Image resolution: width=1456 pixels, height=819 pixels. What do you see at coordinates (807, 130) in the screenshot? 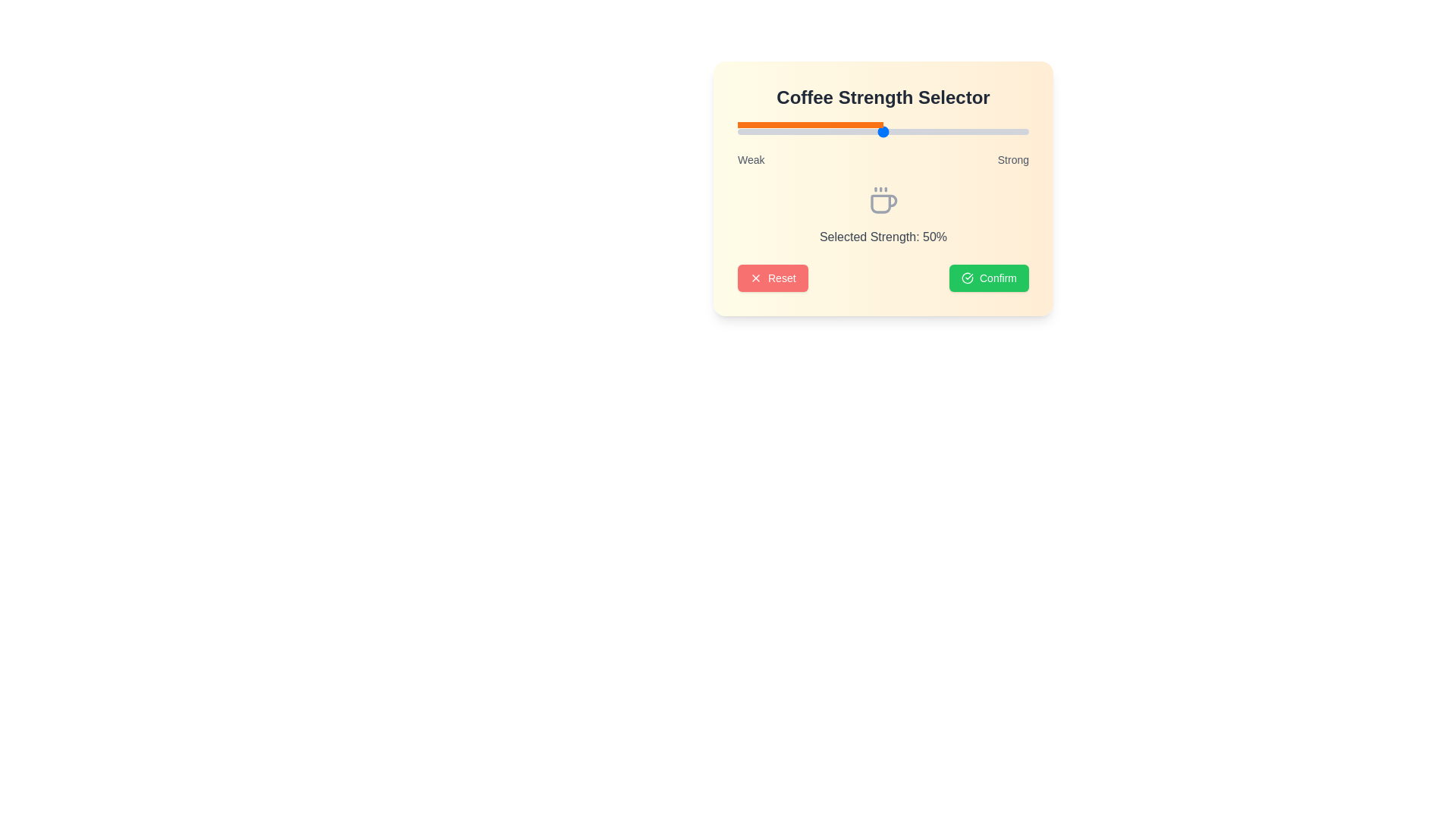
I see `the coffee strength` at bounding box center [807, 130].